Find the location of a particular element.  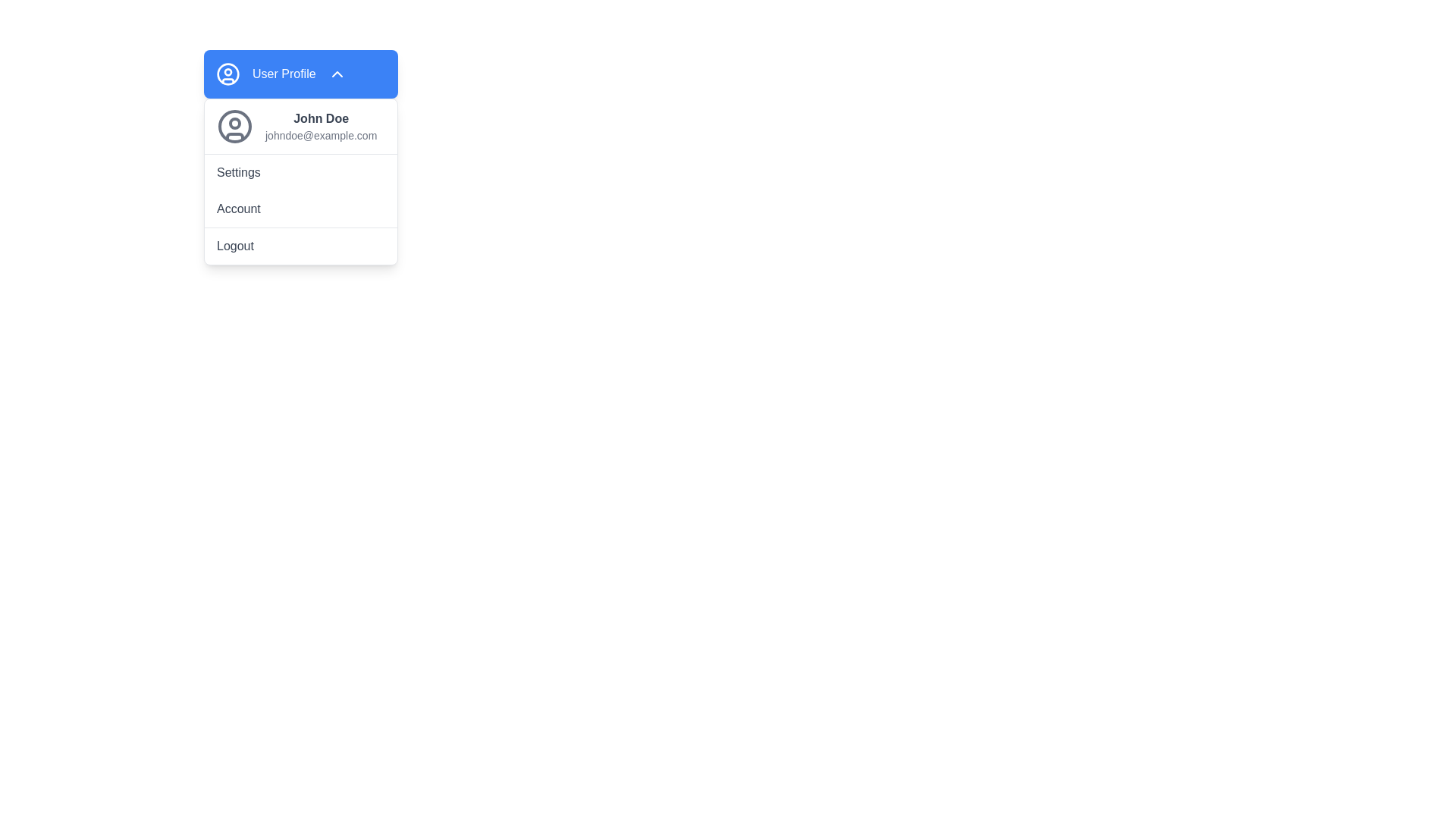

the upward-pointing chevron-shaped icon at the rightmost side of the 'User Profile' header is located at coordinates (336, 74).